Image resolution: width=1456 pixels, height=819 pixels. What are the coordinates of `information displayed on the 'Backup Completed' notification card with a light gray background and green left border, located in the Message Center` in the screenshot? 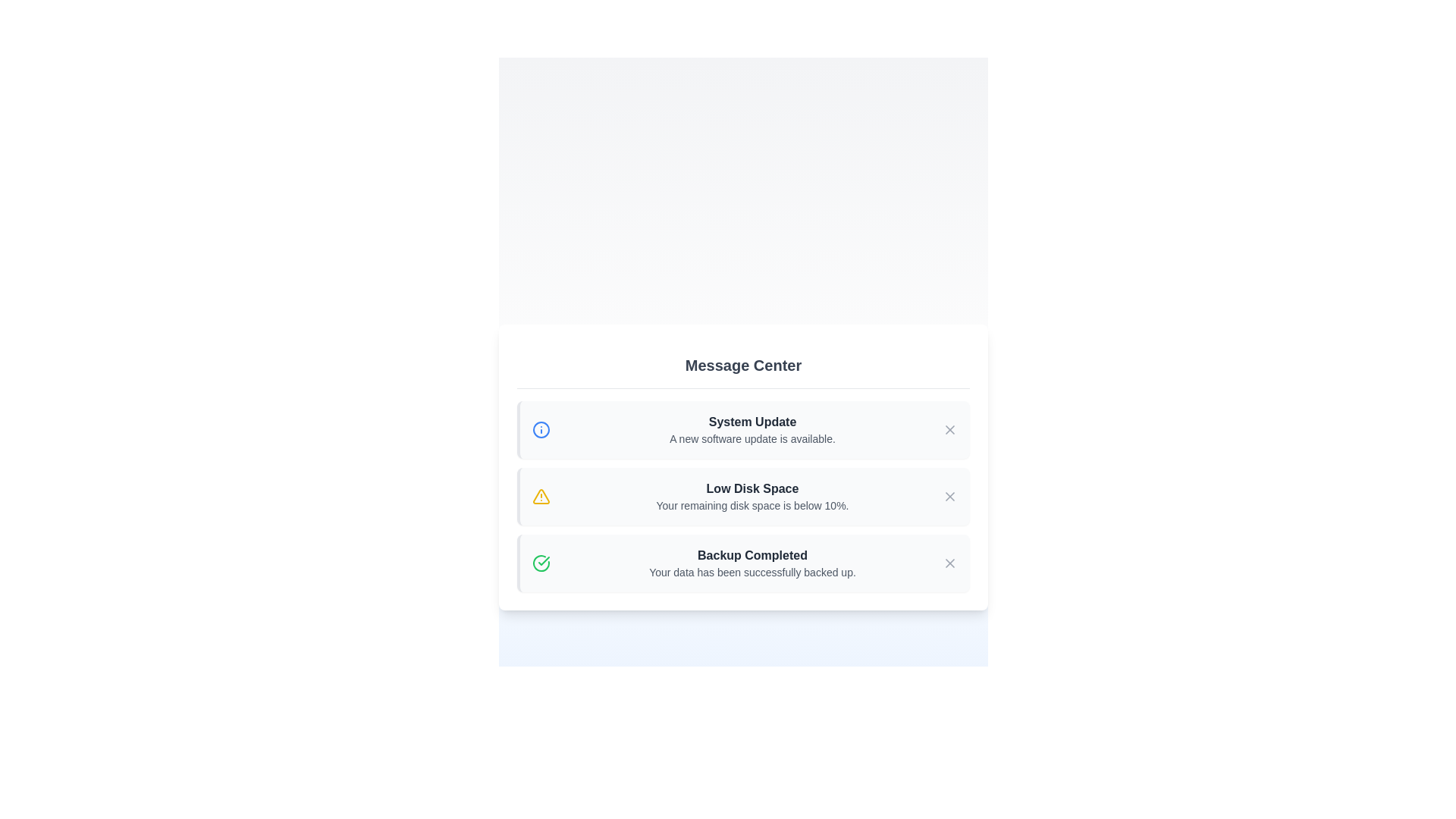 It's located at (743, 563).